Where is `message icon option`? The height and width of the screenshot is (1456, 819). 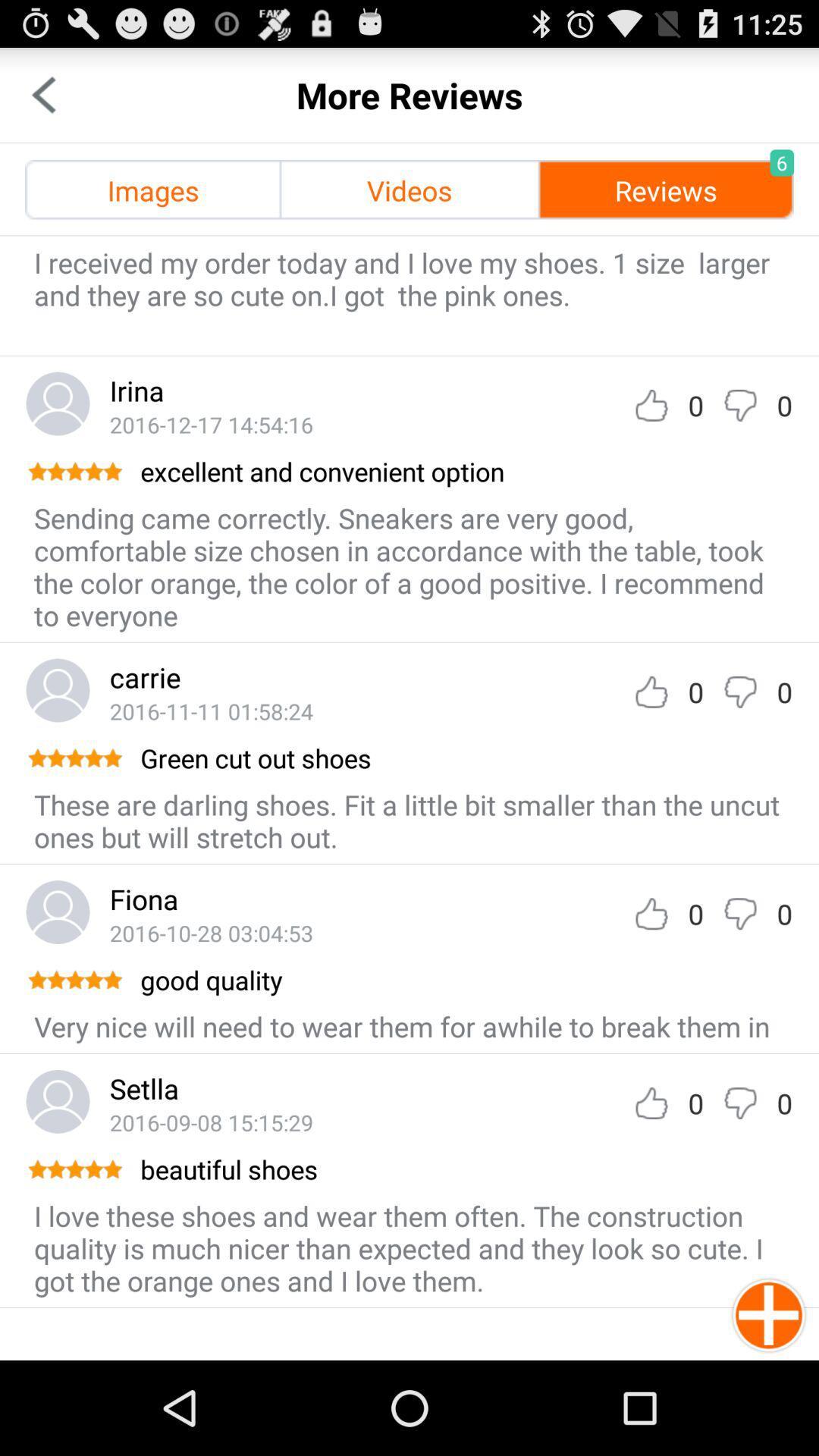
message icon option is located at coordinates (739, 691).